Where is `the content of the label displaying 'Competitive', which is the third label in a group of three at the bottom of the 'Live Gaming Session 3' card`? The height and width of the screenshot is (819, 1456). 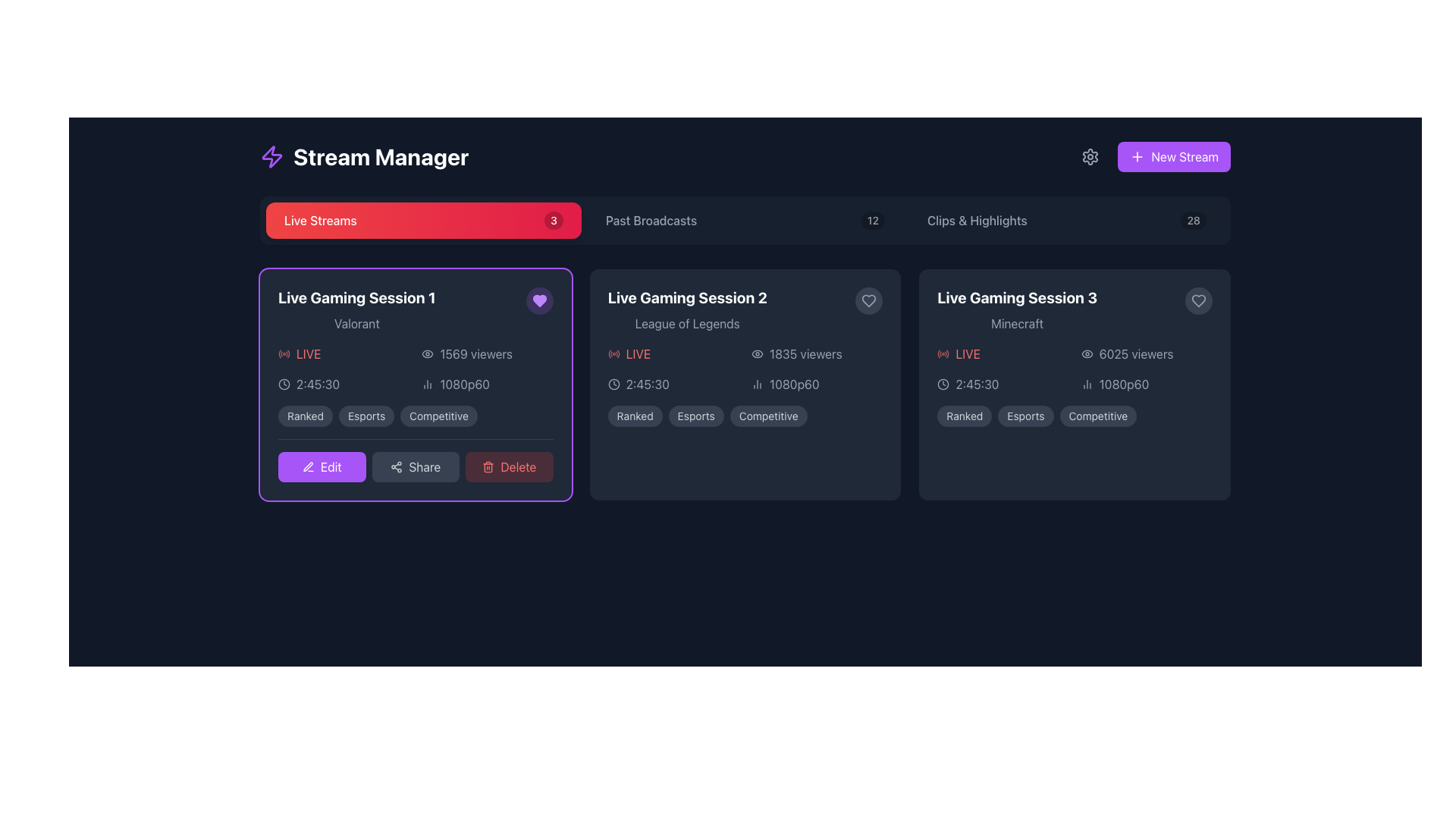
the content of the label displaying 'Competitive', which is the third label in a group of three at the bottom of the 'Live Gaming Session 3' card is located at coordinates (1098, 416).